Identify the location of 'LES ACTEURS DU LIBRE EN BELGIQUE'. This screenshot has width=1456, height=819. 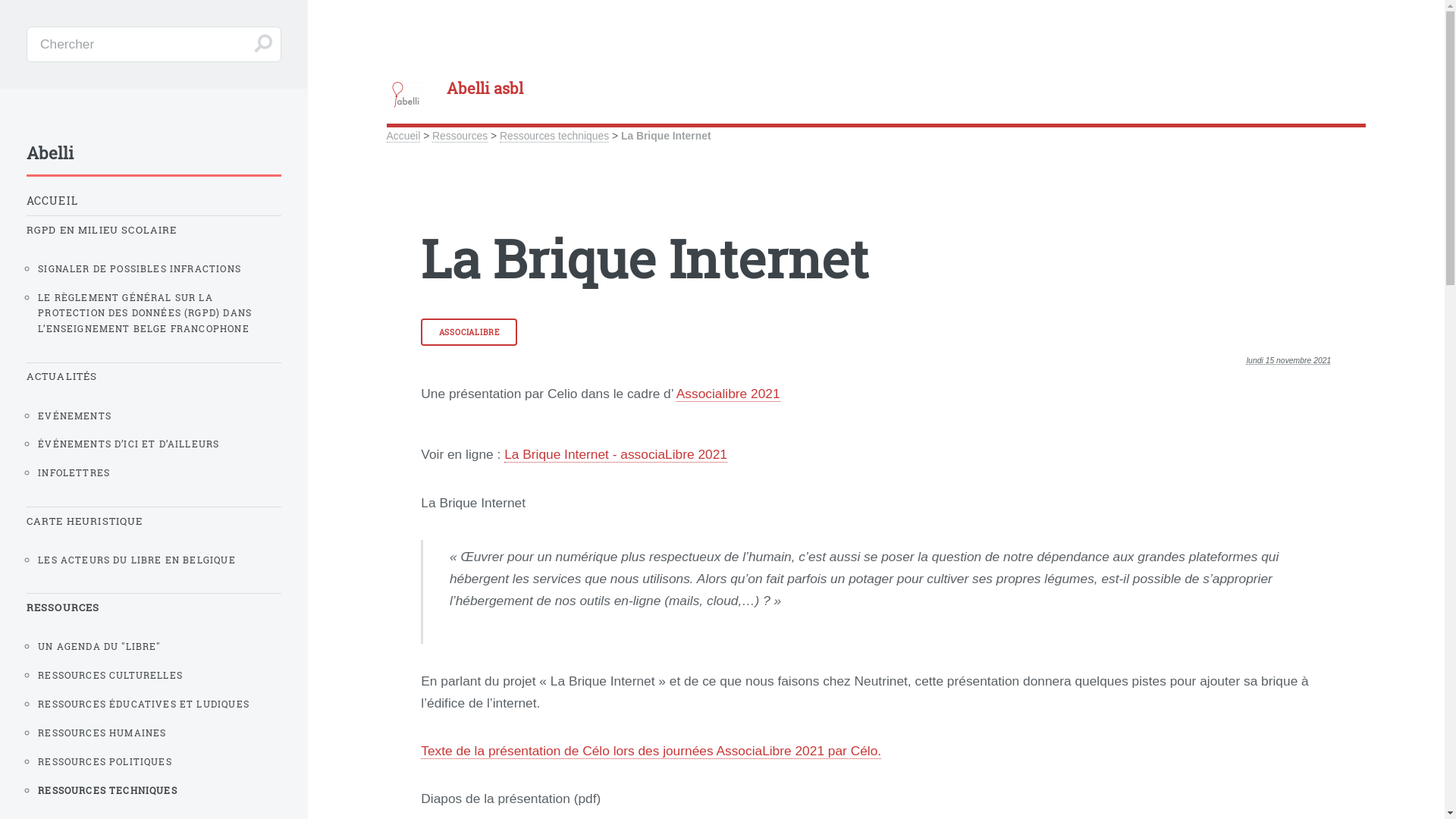
(159, 560).